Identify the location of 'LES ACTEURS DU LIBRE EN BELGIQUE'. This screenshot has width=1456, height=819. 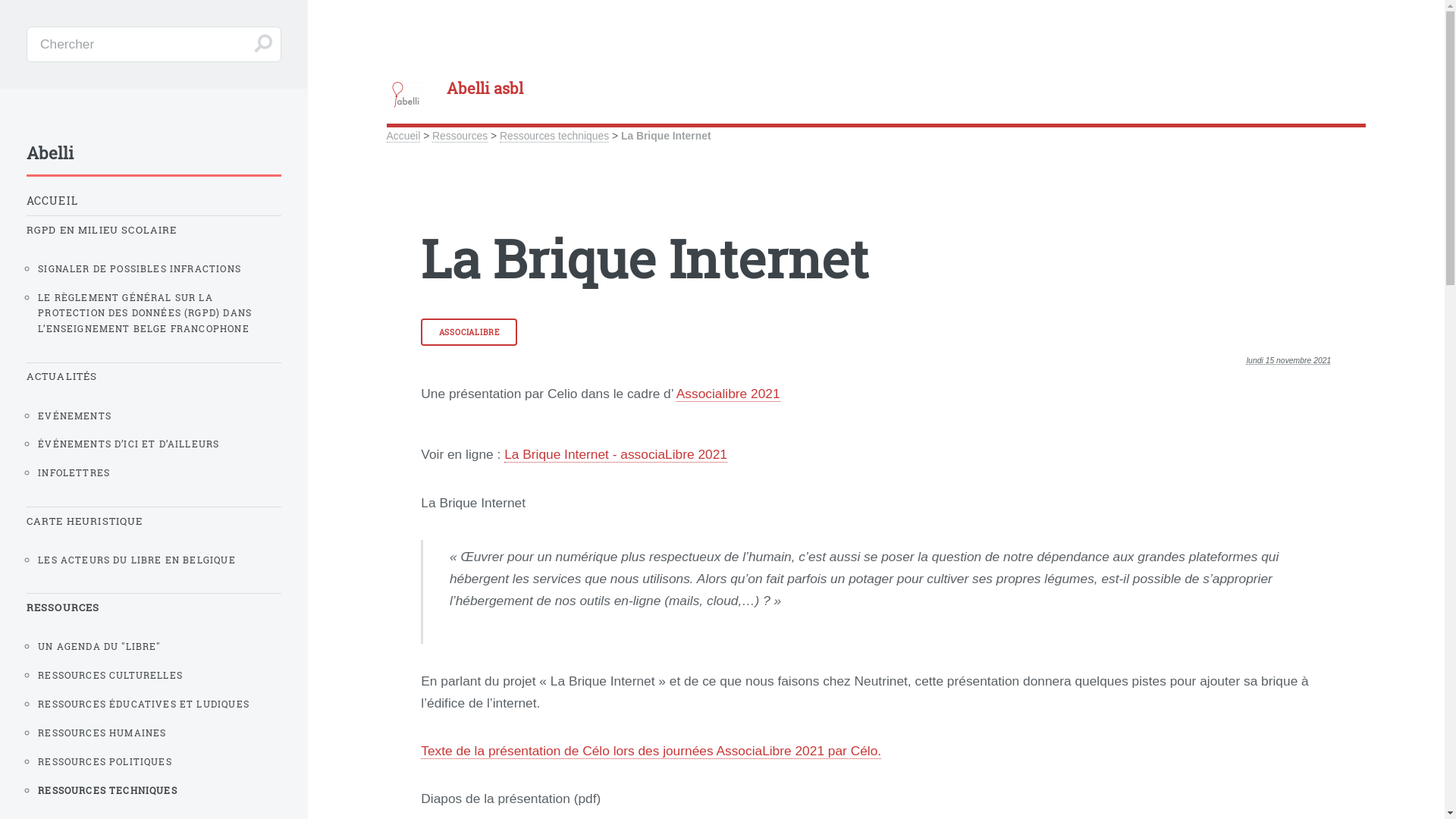
(159, 560).